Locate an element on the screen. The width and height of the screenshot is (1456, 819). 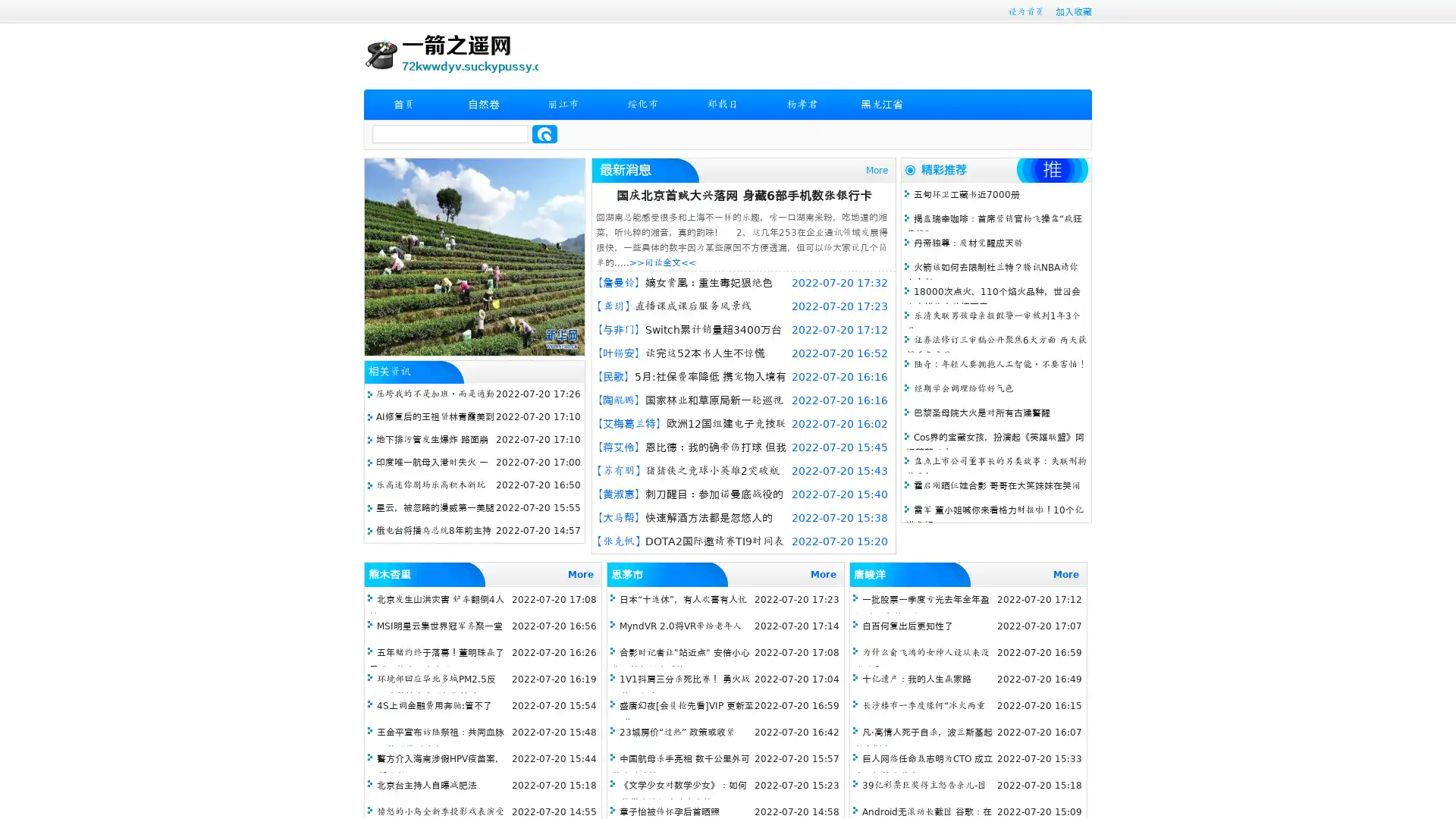
Search is located at coordinates (544, 133).